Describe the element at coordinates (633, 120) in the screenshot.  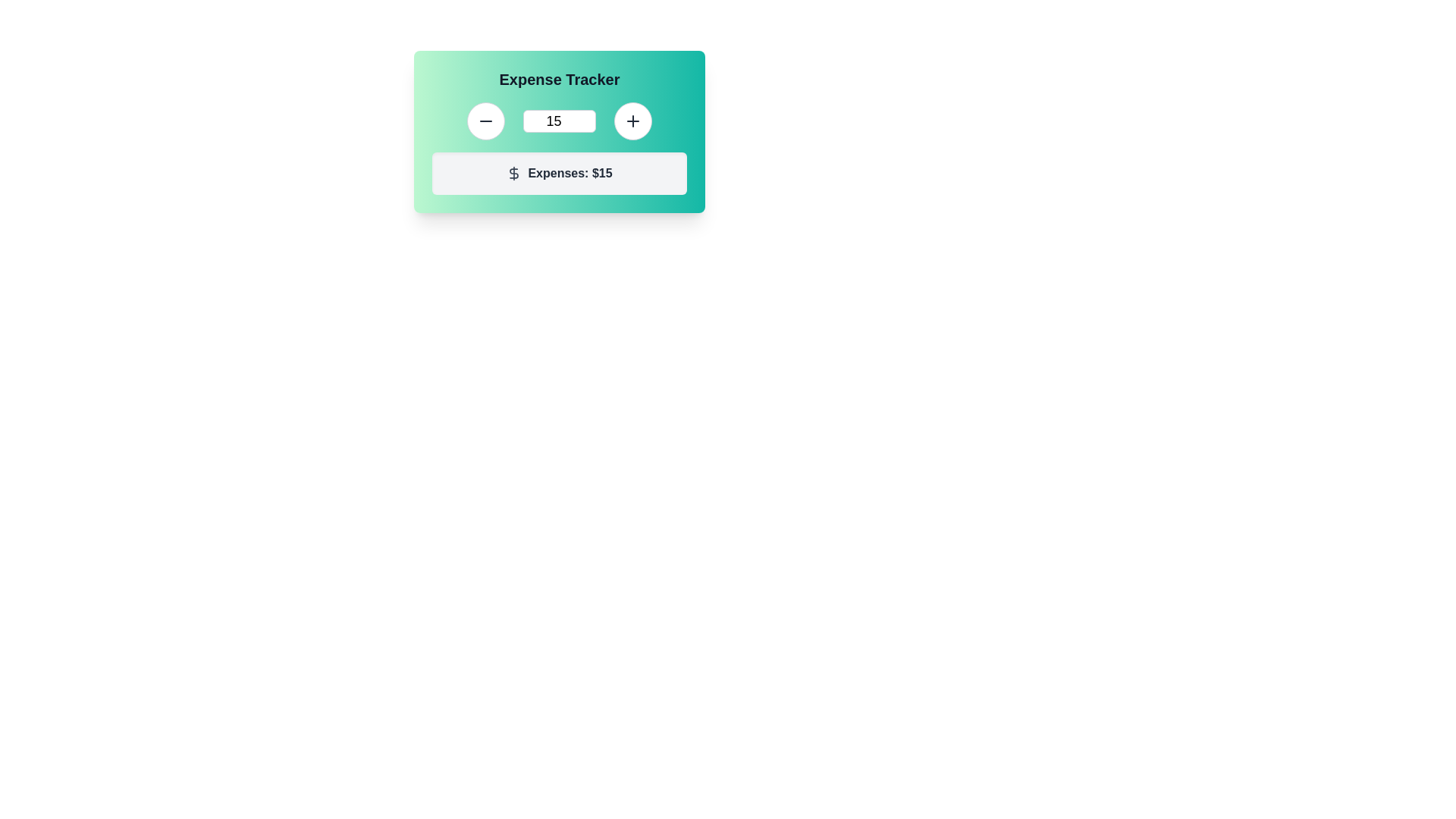
I see `the increment button located on the far right of the UI group, adjacent to a text input box displaying the value '15'` at that location.